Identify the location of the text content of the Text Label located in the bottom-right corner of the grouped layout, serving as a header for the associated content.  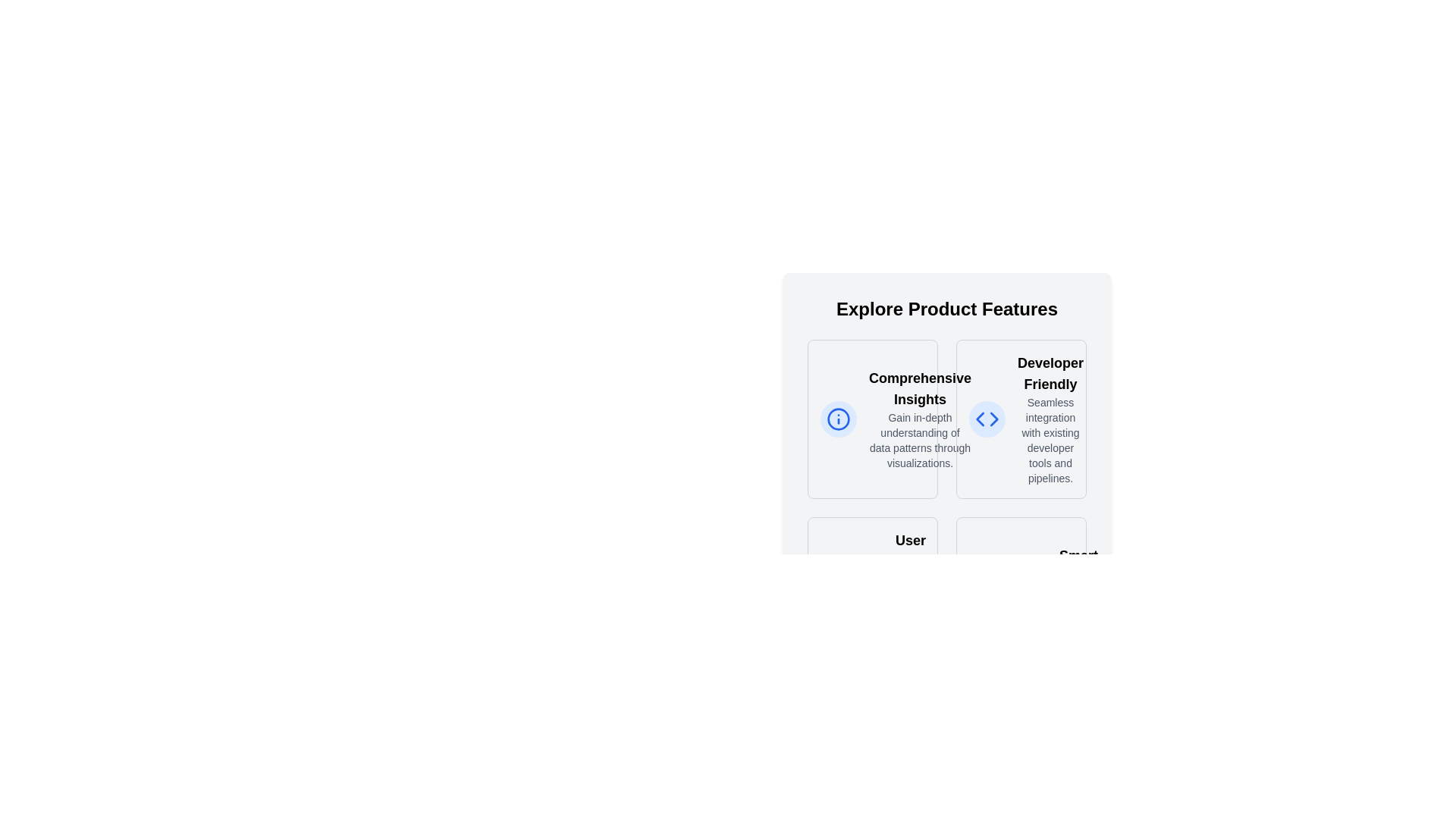
(1078, 566).